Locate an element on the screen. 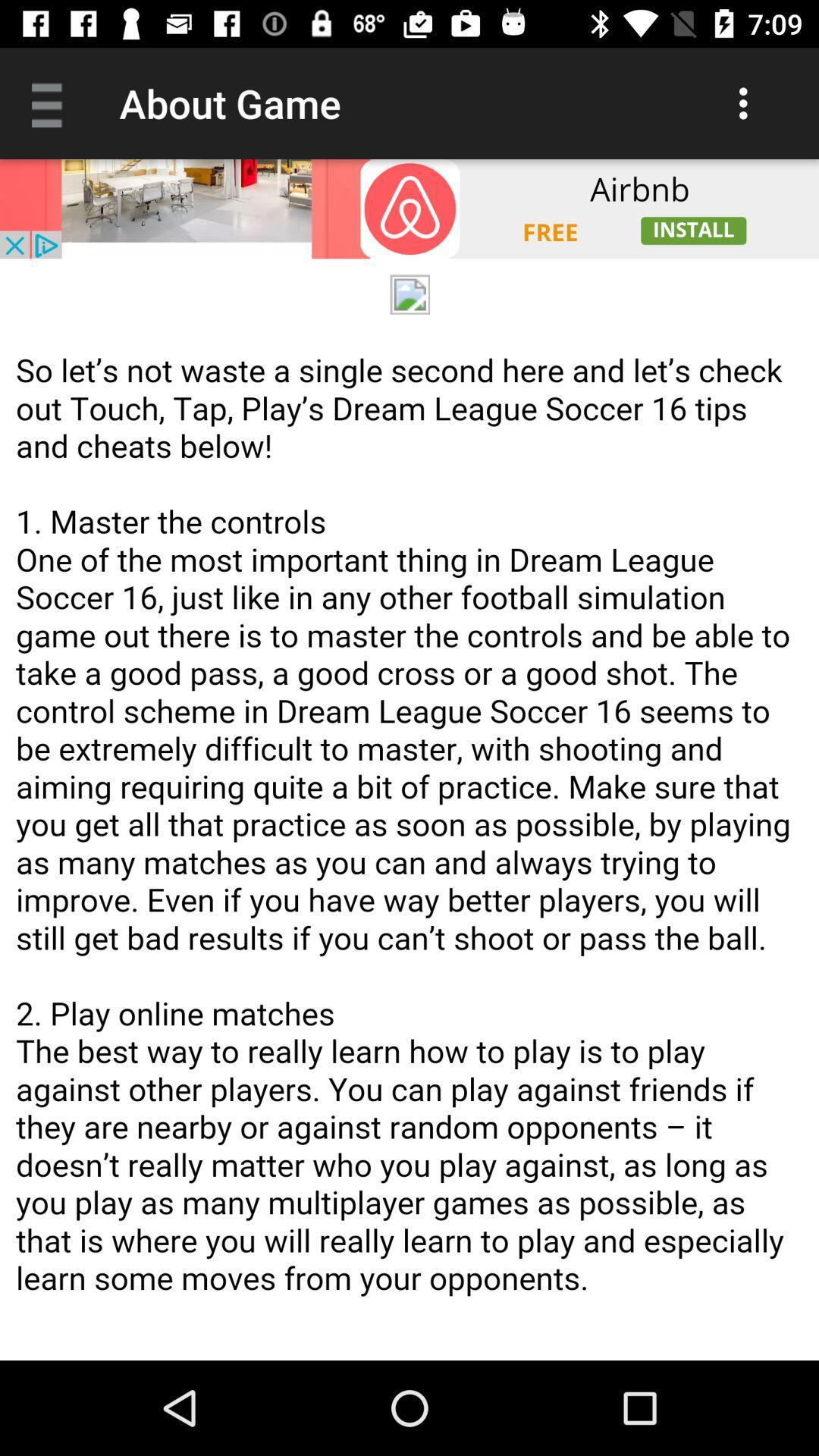 The width and height of the screenshot is (819, 1456). space where you access advertising is located at coordinates (409, 208).